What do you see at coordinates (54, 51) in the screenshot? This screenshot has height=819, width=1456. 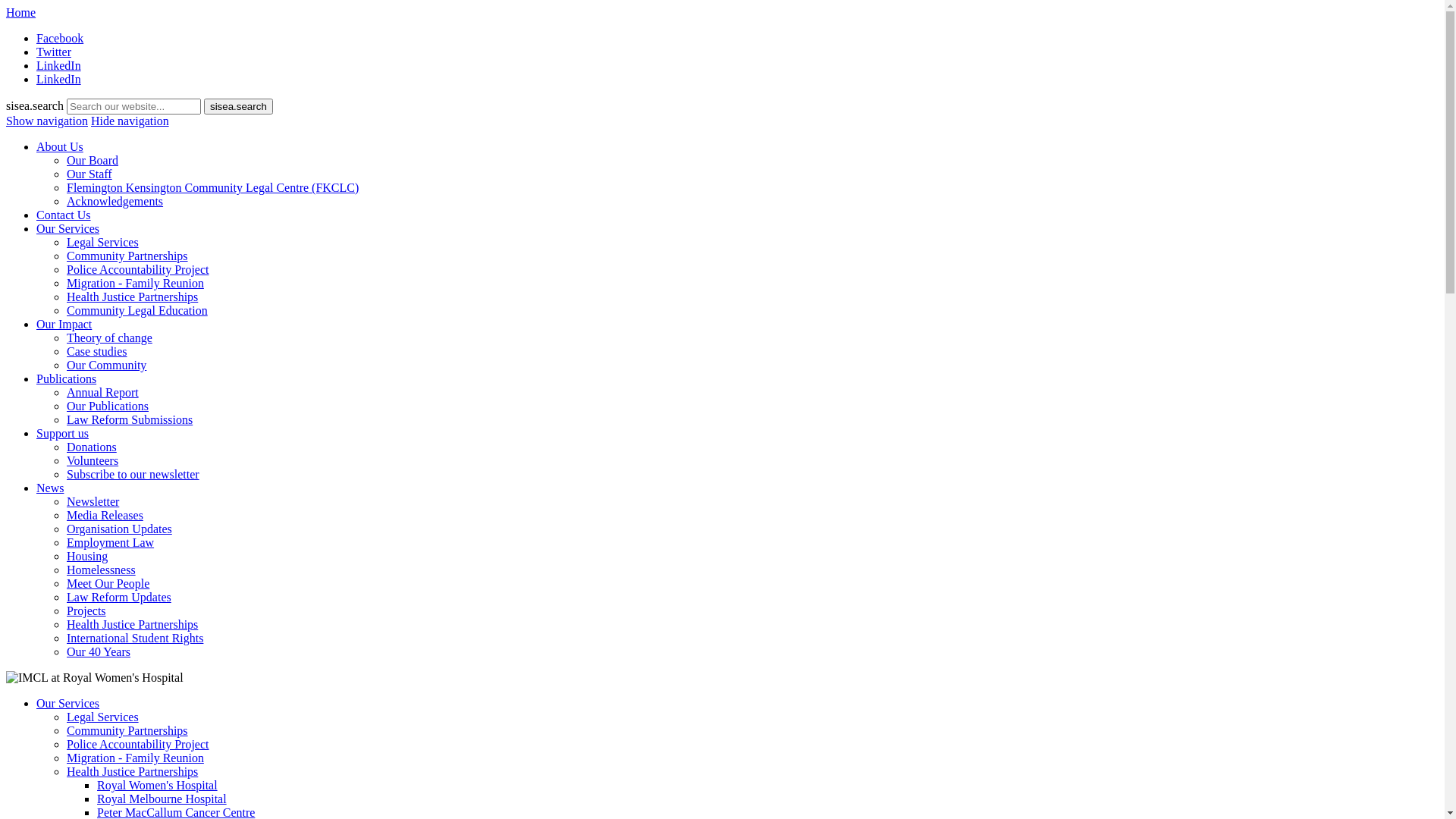 I see `'Twitter'` at bounding box center [54, 51].